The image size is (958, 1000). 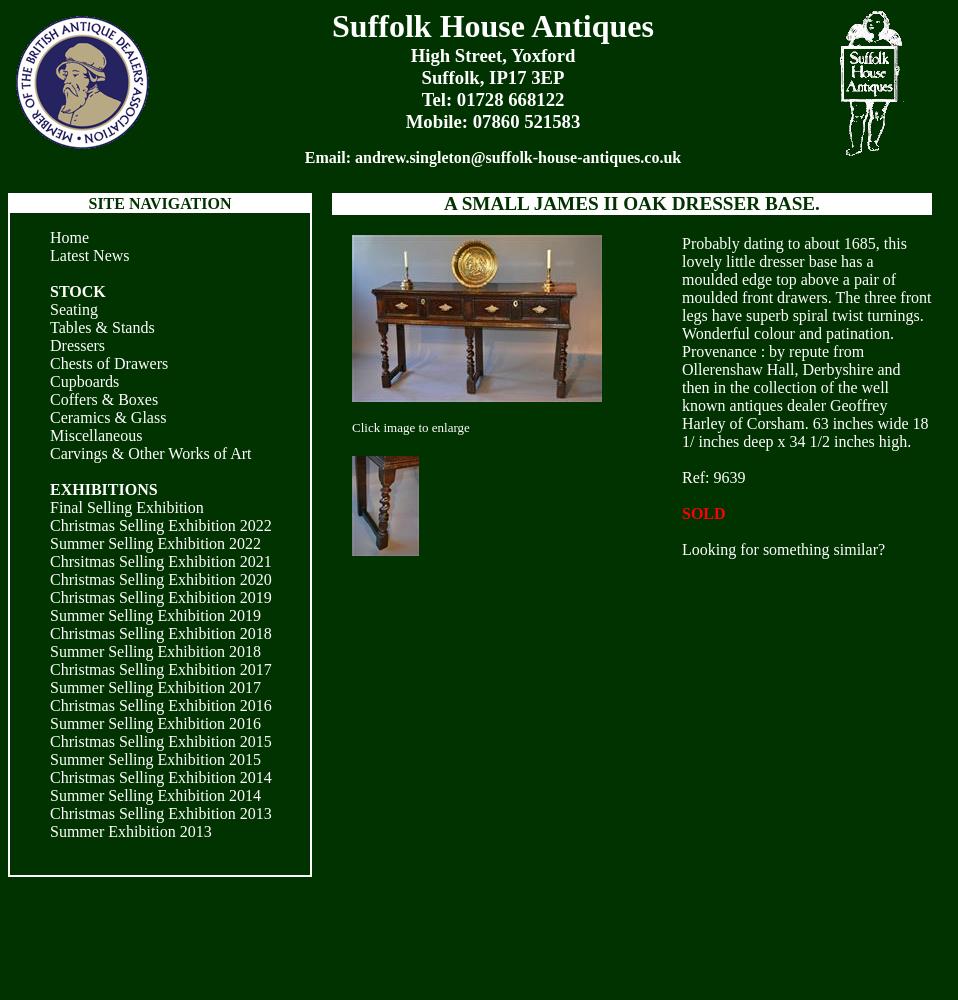 What do you see at coordinates (159, 669) in the screenshot?
I see `'Christmas Selling Exhibition 2017'` at bounding box center [159, 669].